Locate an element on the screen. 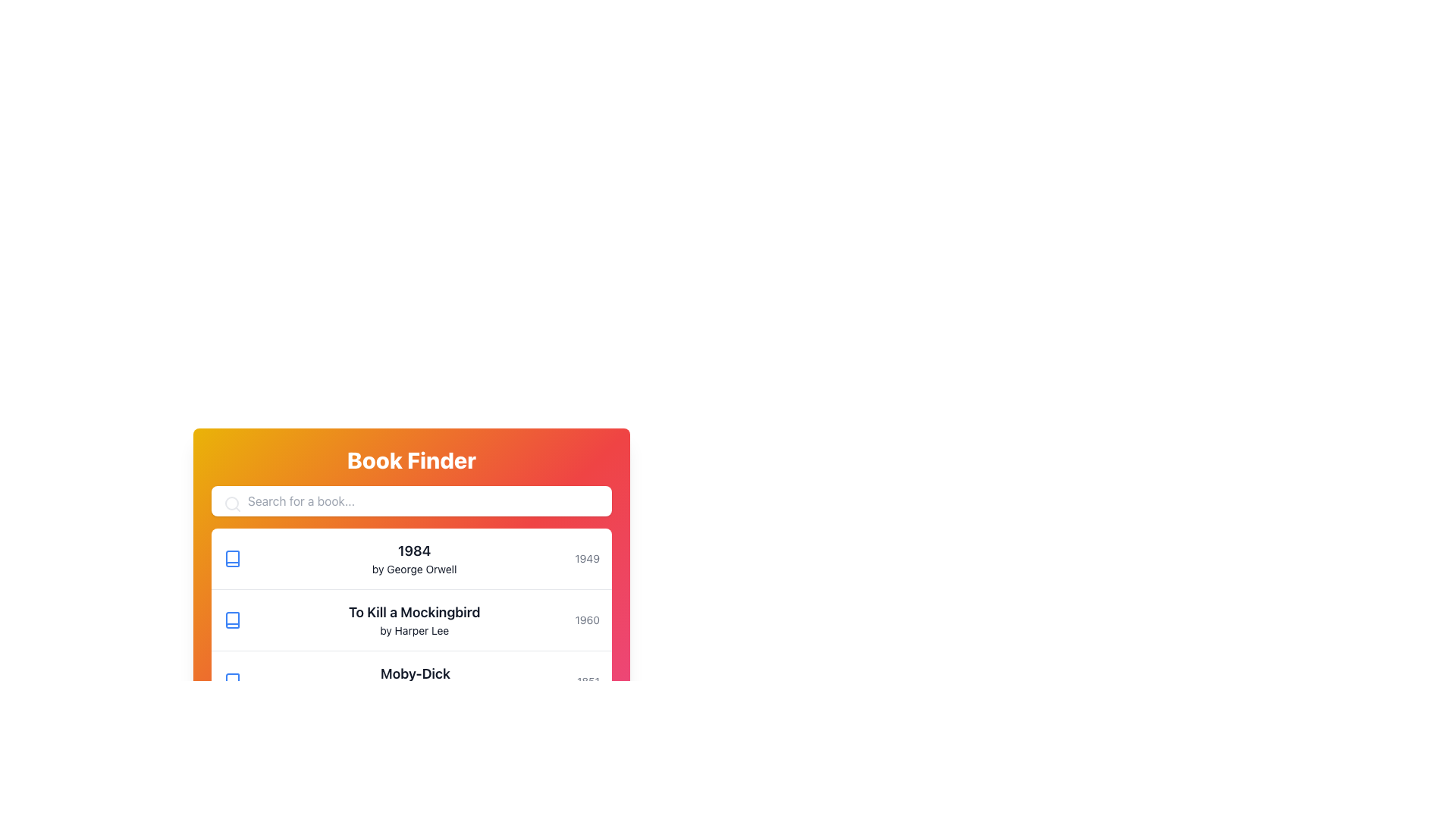 The height and width of the screenshot is (819, 1456). the book icon associated with 'To Kill a Mockingbird' by 'Harper Lee' is located at coordinates (232, 620).